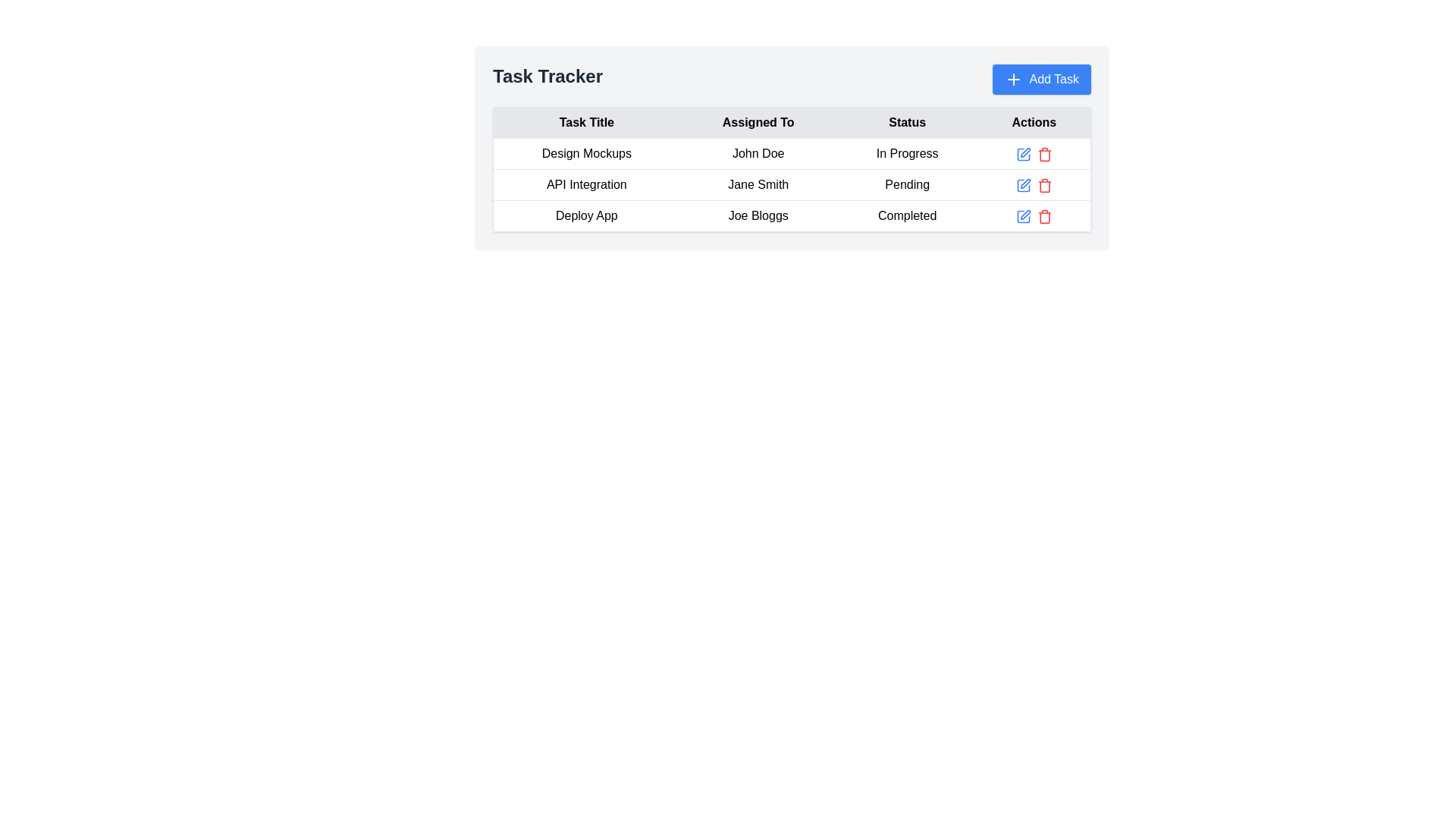 The image size is (1456, 819). Describe the element at coordinates (1014, 79) in the screenshot. I see `the plus sign icon, which is styled in a minimalist design with a white stroke on a blue background, located to the left of the 'Add Task' label inside the blue 'Add Task' button` at that location.